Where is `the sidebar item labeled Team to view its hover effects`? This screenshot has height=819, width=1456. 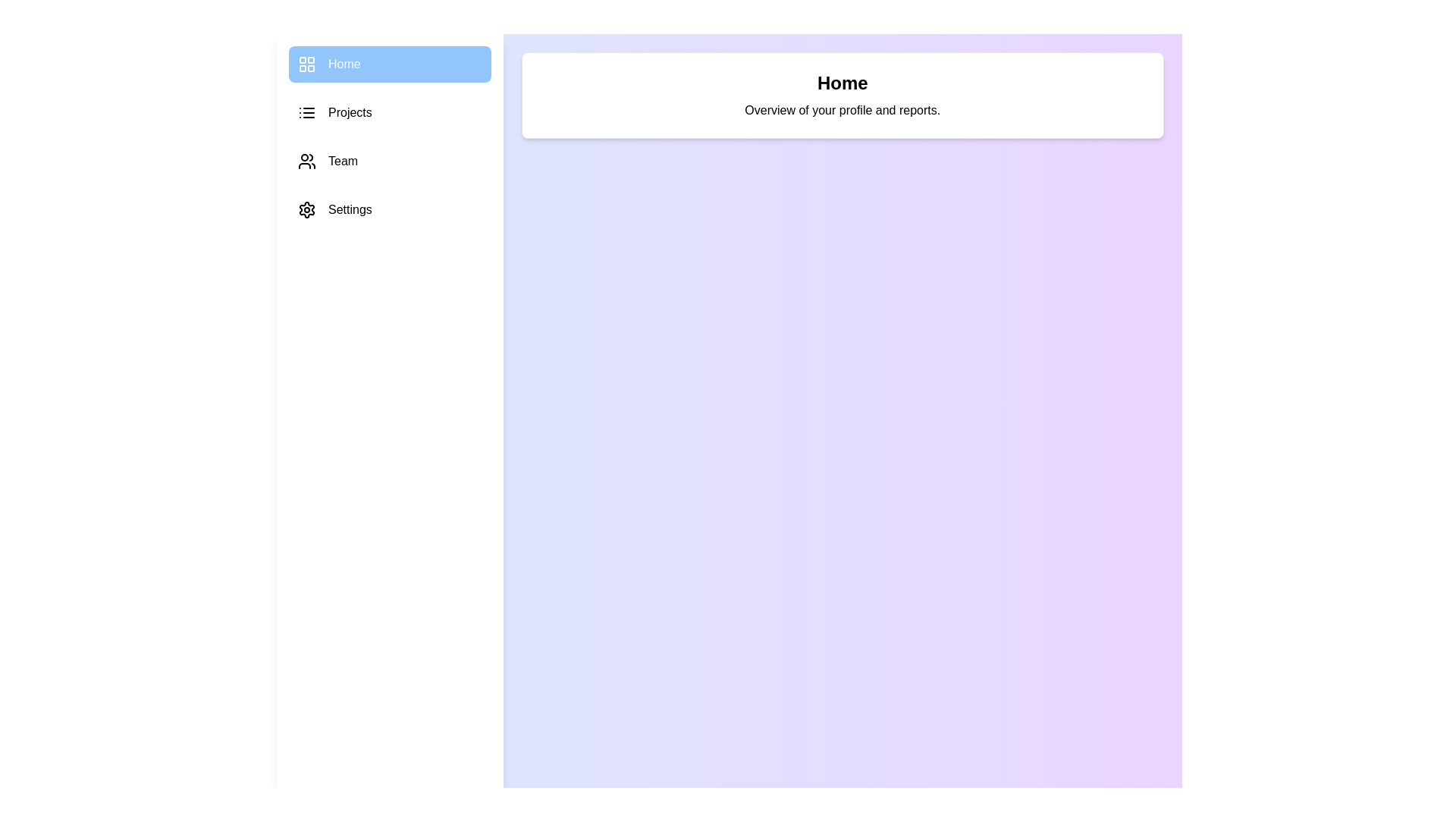
the sidebar item labeled Team to view its hover effects is located at coordinates (390, 161).